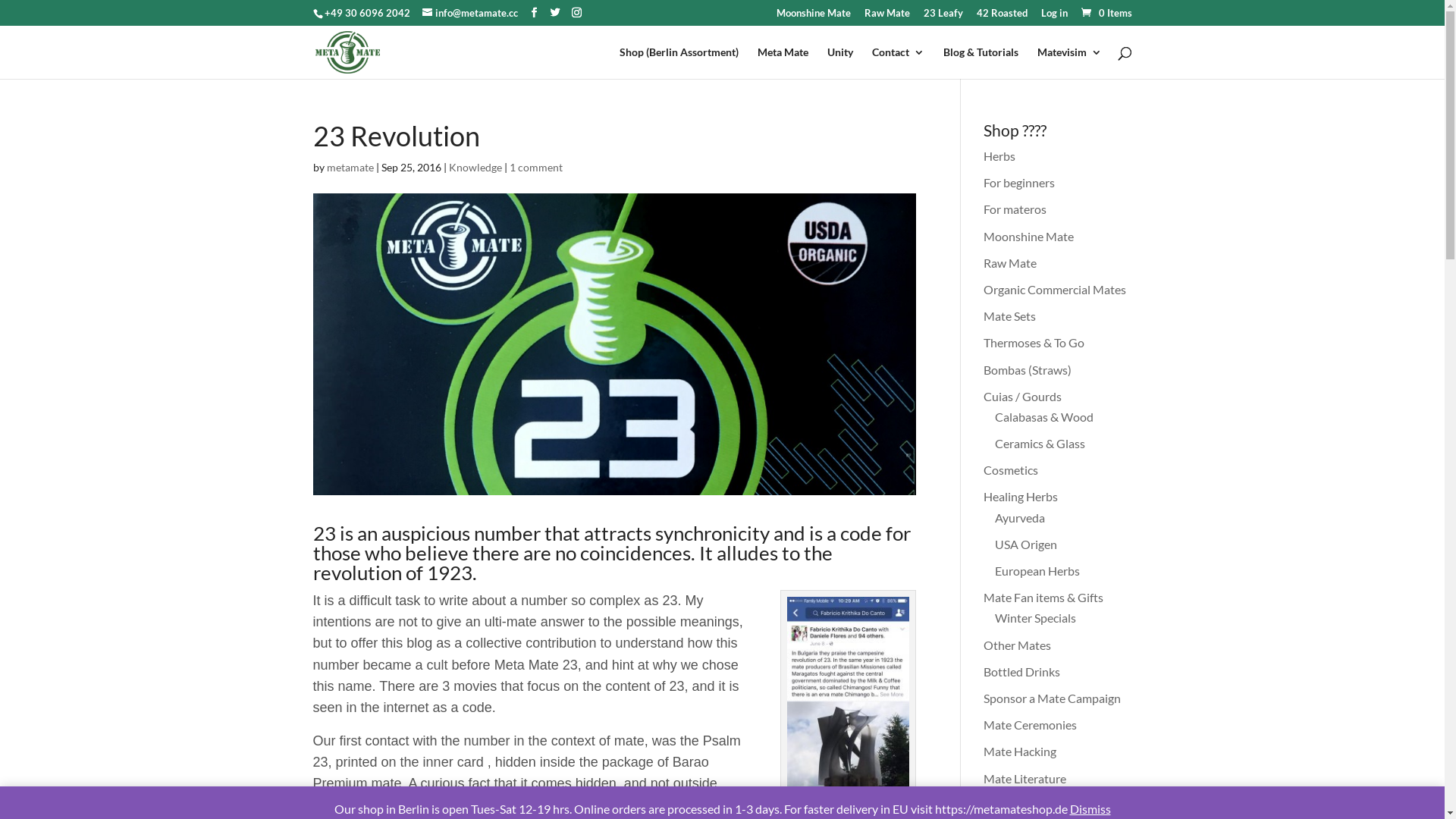  I want to click on 'Other Mates', so click(1017, 645).